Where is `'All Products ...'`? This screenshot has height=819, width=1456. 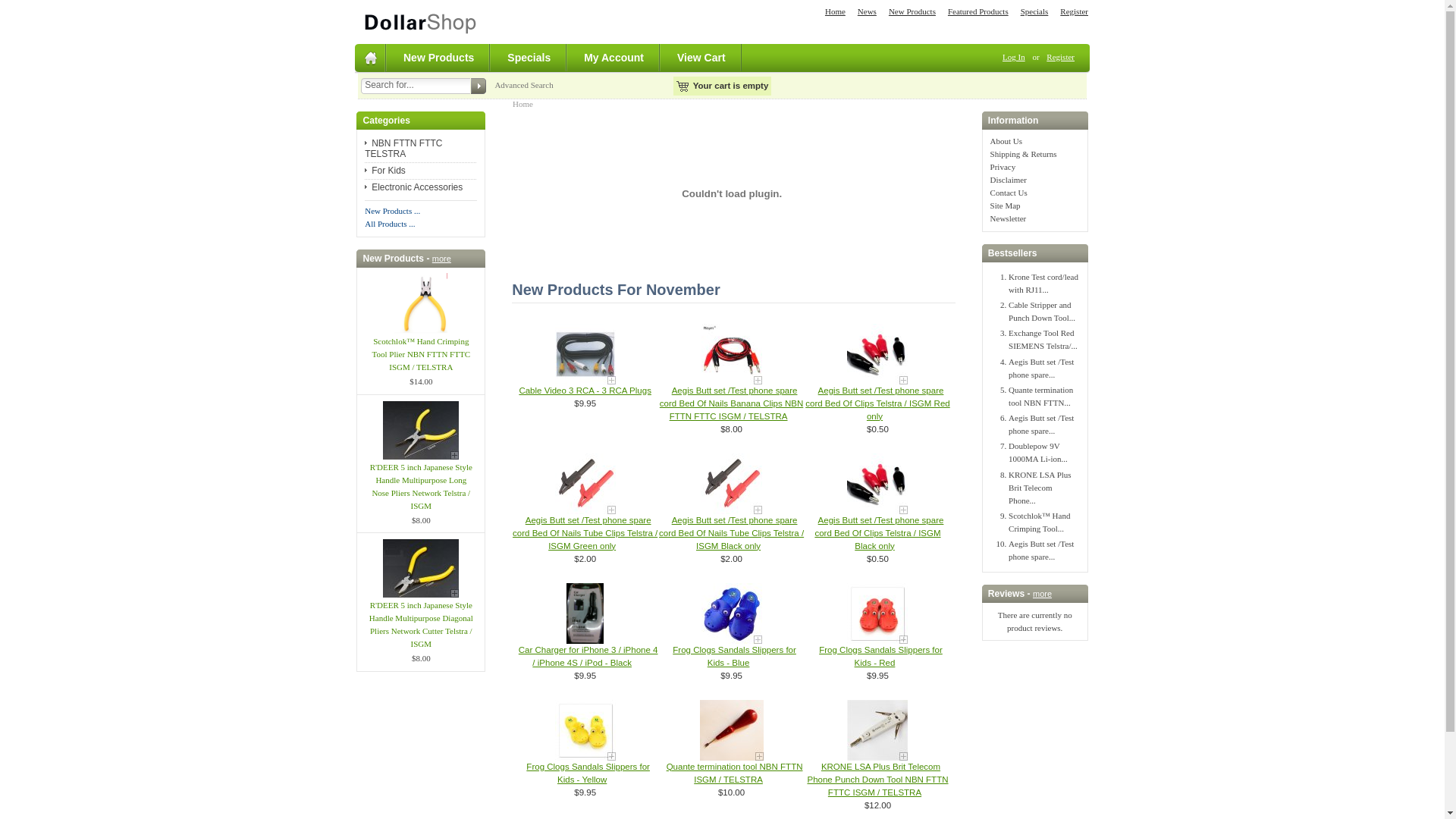
'All Products ...' is located at coordinates (389, 223).